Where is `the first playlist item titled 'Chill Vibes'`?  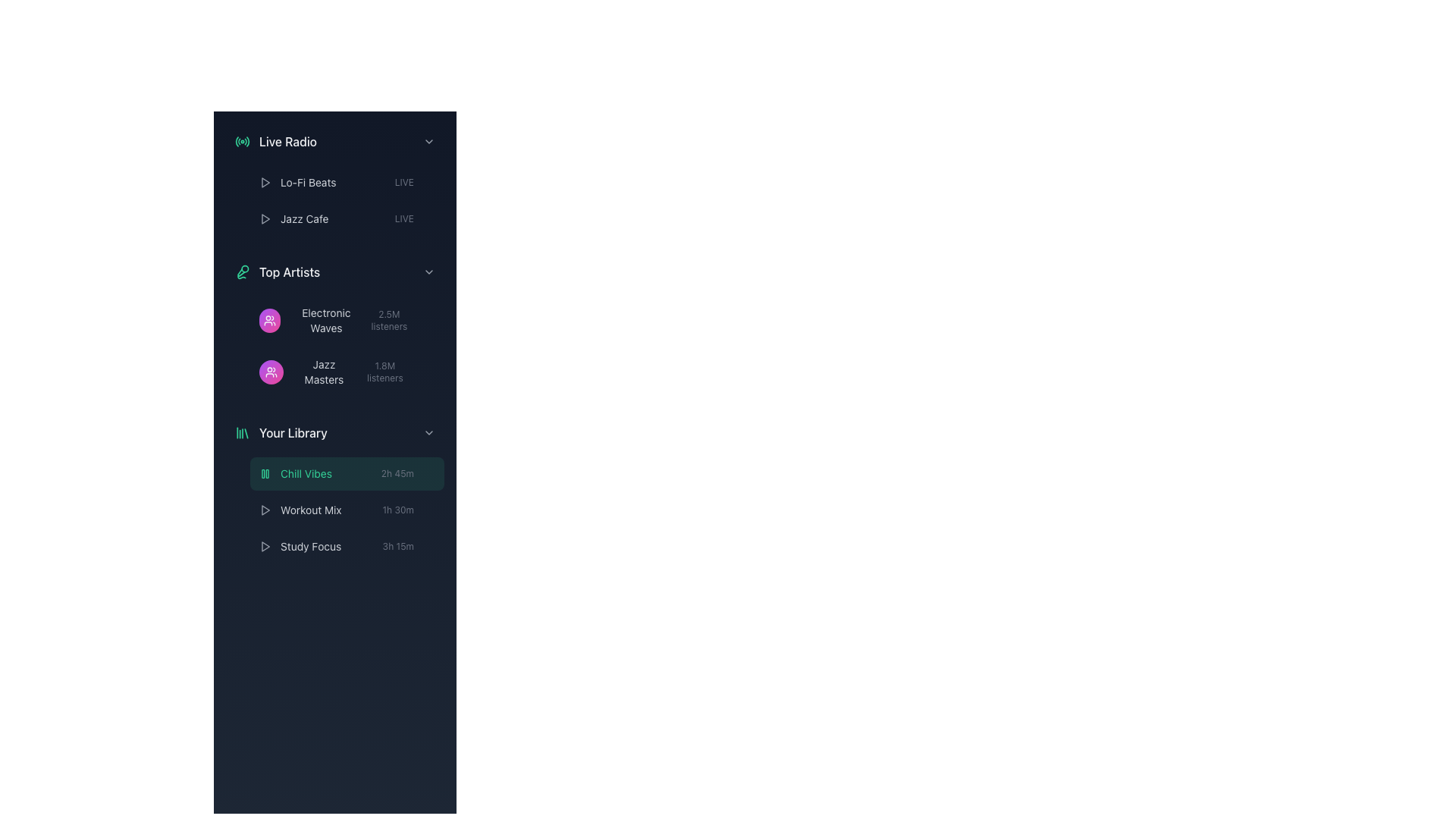
the first playlist item titled 'Chill Vibes' is located at coordinates (346, 472).